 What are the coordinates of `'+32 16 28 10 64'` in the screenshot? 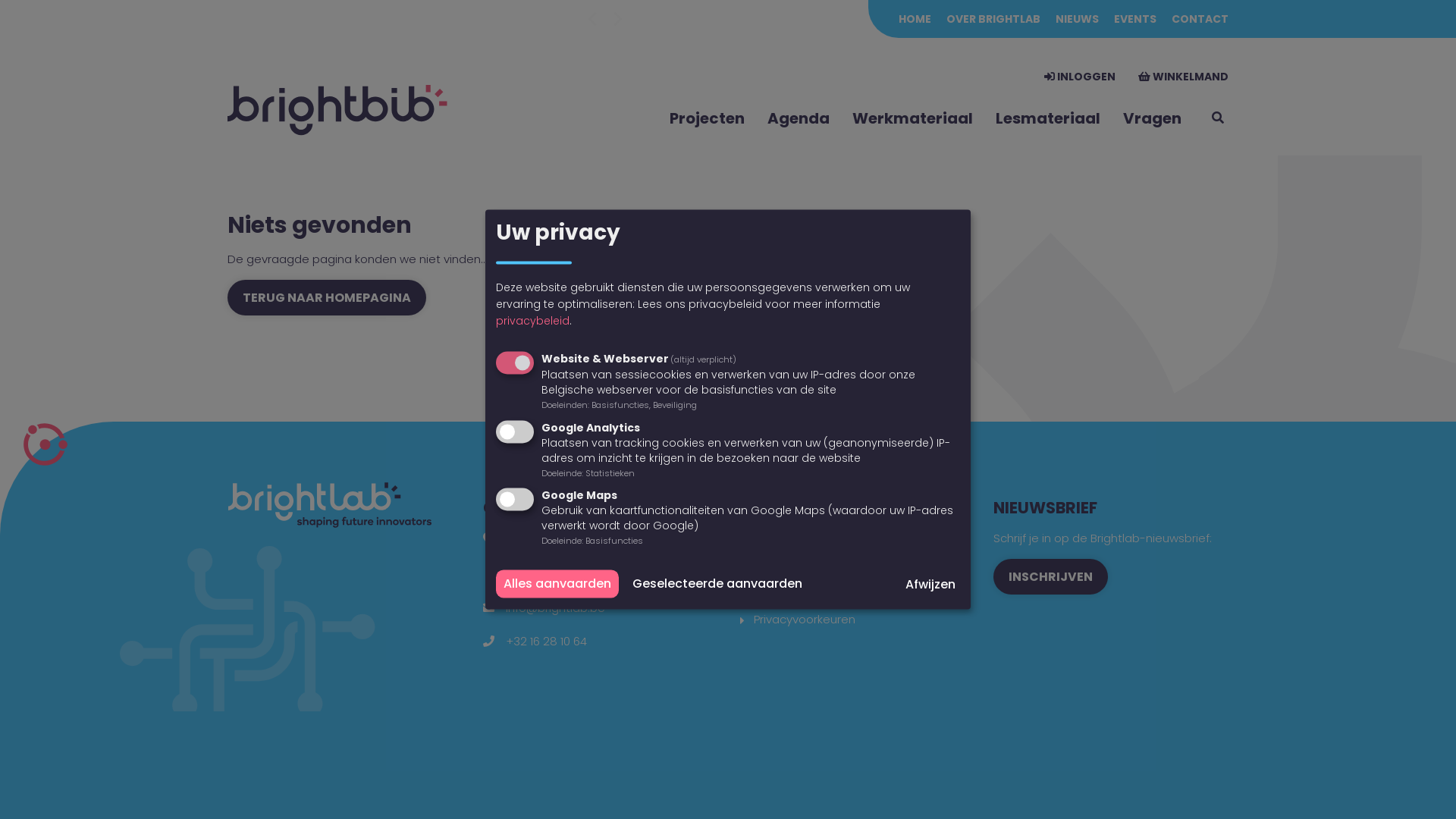 It's located at (506, 641).